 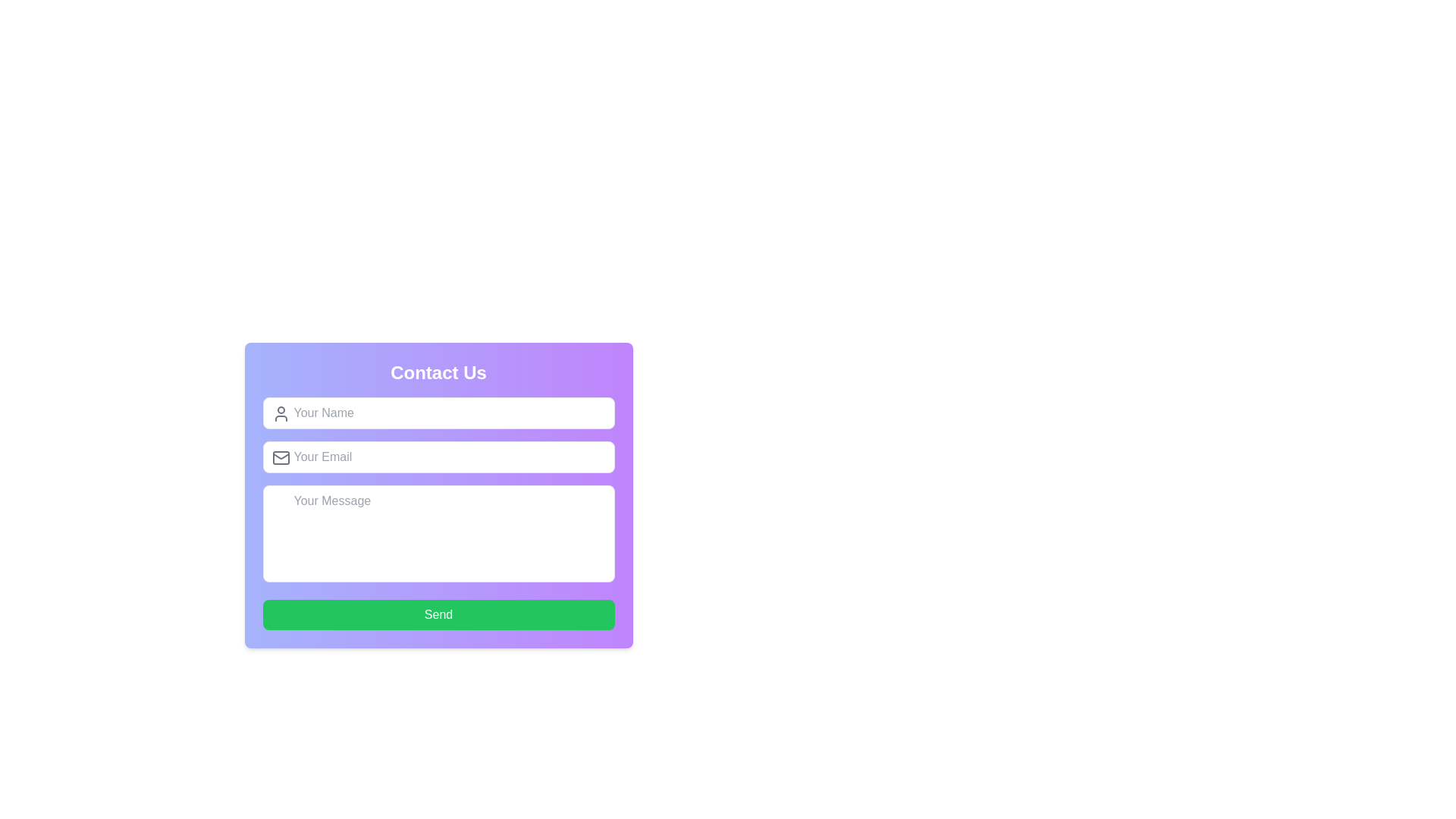 What do you see at coordinates (281, 457) in the screenshot?
I see `the decorative graphic element within the envelope icon, which emphasizes the email-related functionality of the 'Your Email' input field, located on the left side of the input field` at bounding box center [281, 457].